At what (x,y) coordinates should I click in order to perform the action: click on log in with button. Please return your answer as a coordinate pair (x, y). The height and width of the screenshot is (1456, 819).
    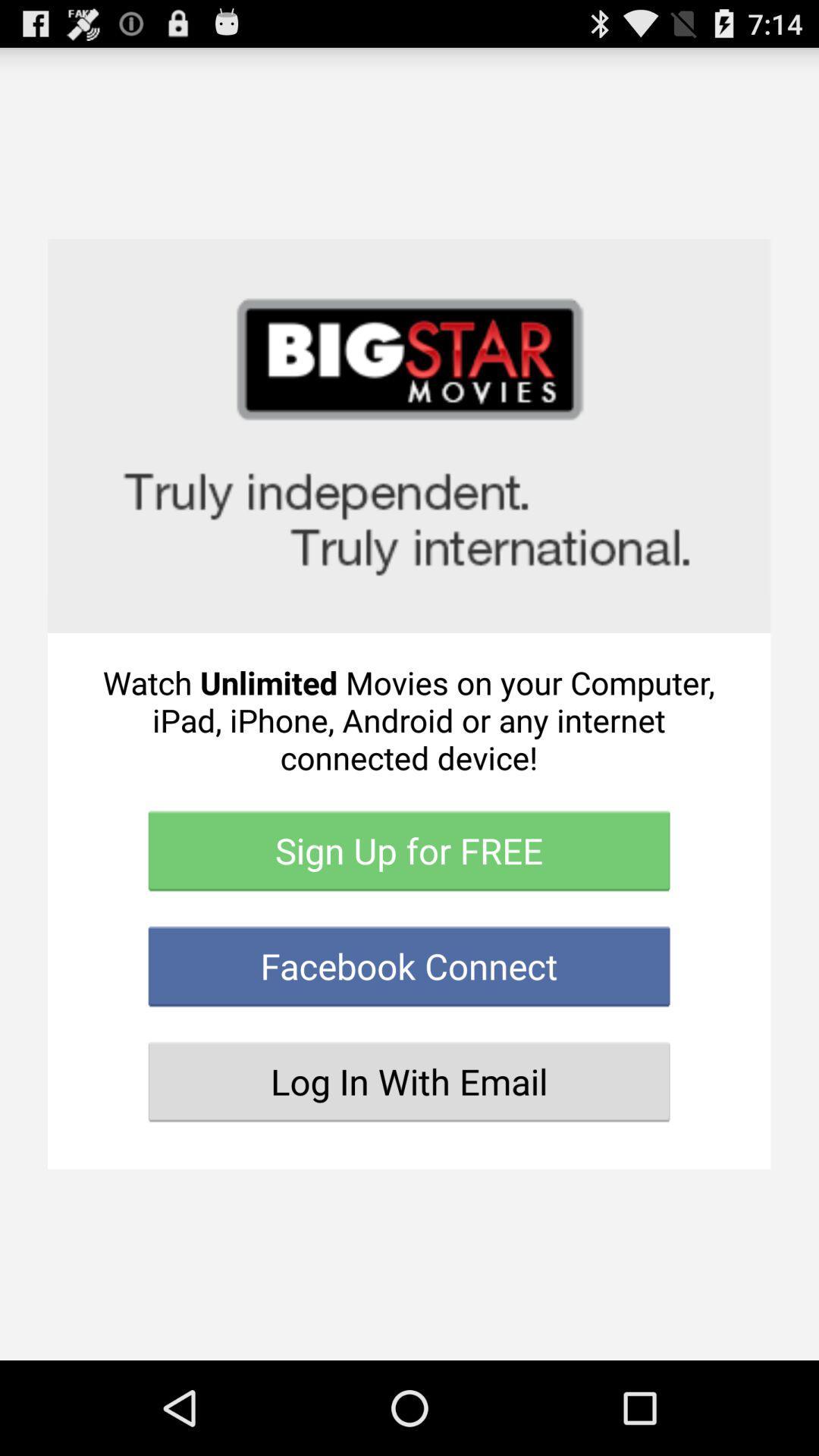
    Looking at the image, I should click on (408, 1081).